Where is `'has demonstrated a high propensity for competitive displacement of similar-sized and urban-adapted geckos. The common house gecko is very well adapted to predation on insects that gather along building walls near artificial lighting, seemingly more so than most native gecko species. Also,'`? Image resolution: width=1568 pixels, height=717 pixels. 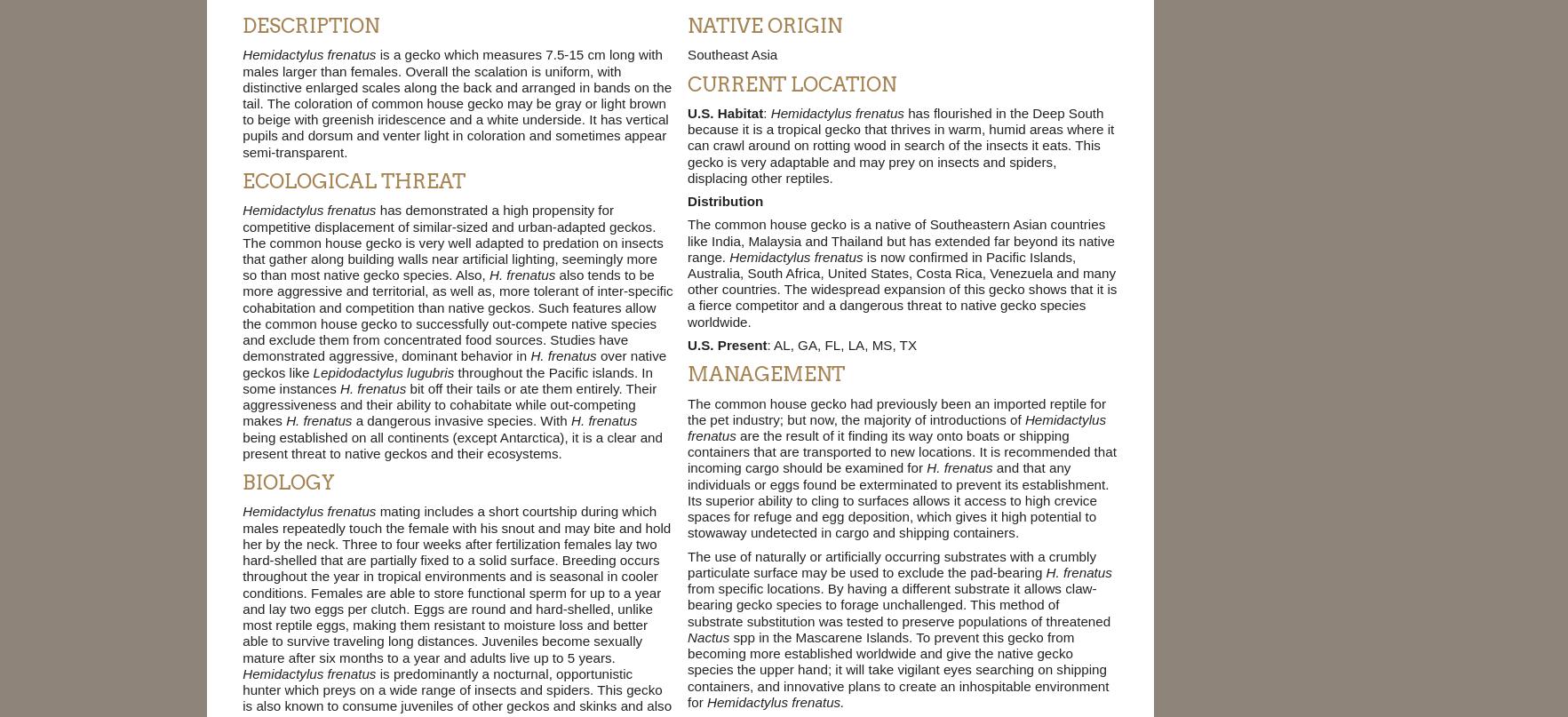
'has demonstrated a high propensity for competitive displacement of similar-sized and urban-adapted geckos. The common house gecko is very well adapted to predation on insects that gather along building walls near artificial lighting, seemingly more so than most native gecko species. Also,' is located at coordinates (451, 242).